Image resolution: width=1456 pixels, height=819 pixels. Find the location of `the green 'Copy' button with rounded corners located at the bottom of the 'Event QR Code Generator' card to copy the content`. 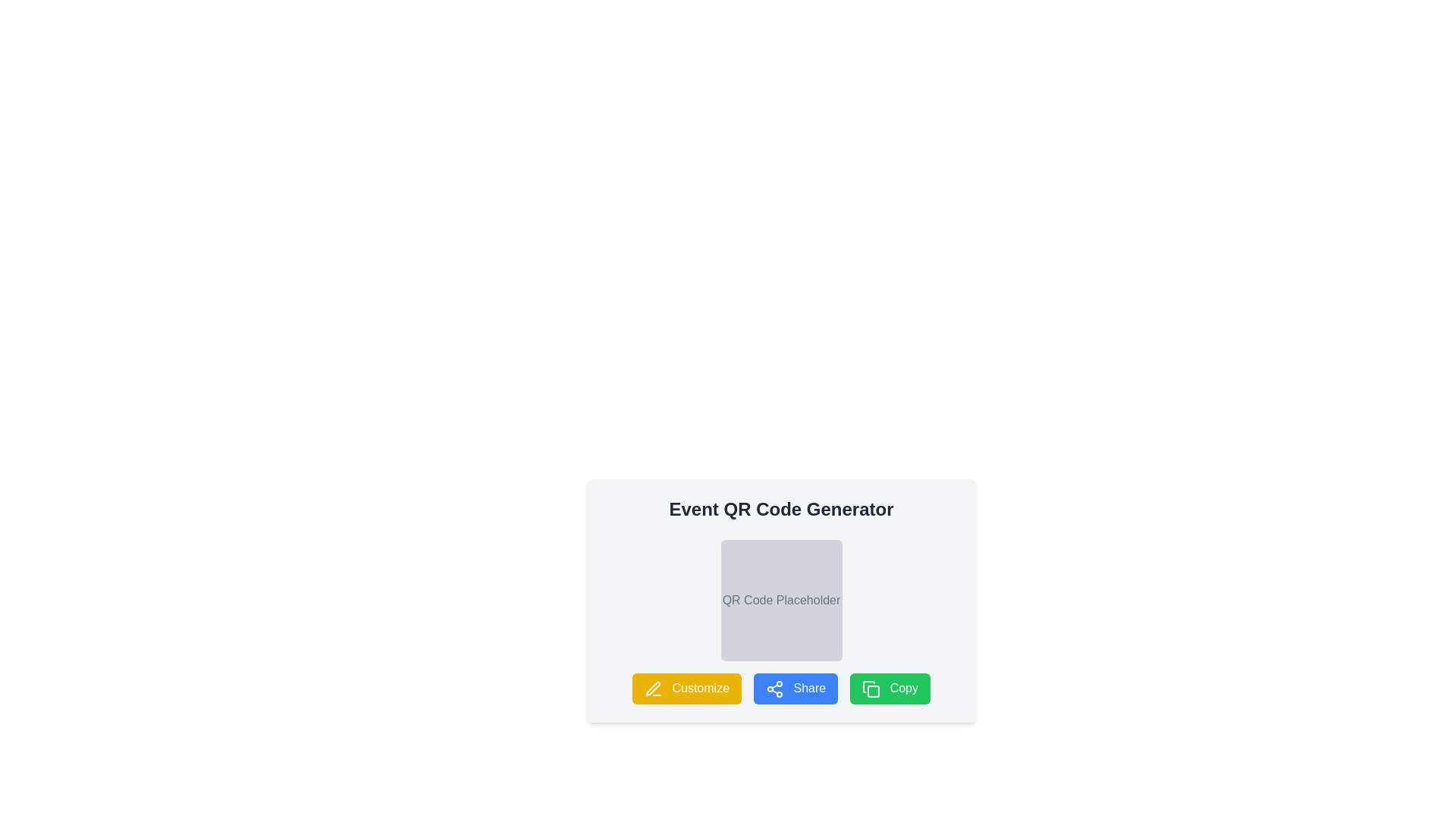

the green 'Copy' button with rounded corners located at the bottom of the 'Event QR Code Generator' card to copy the content is located at coordinates (890, 689).